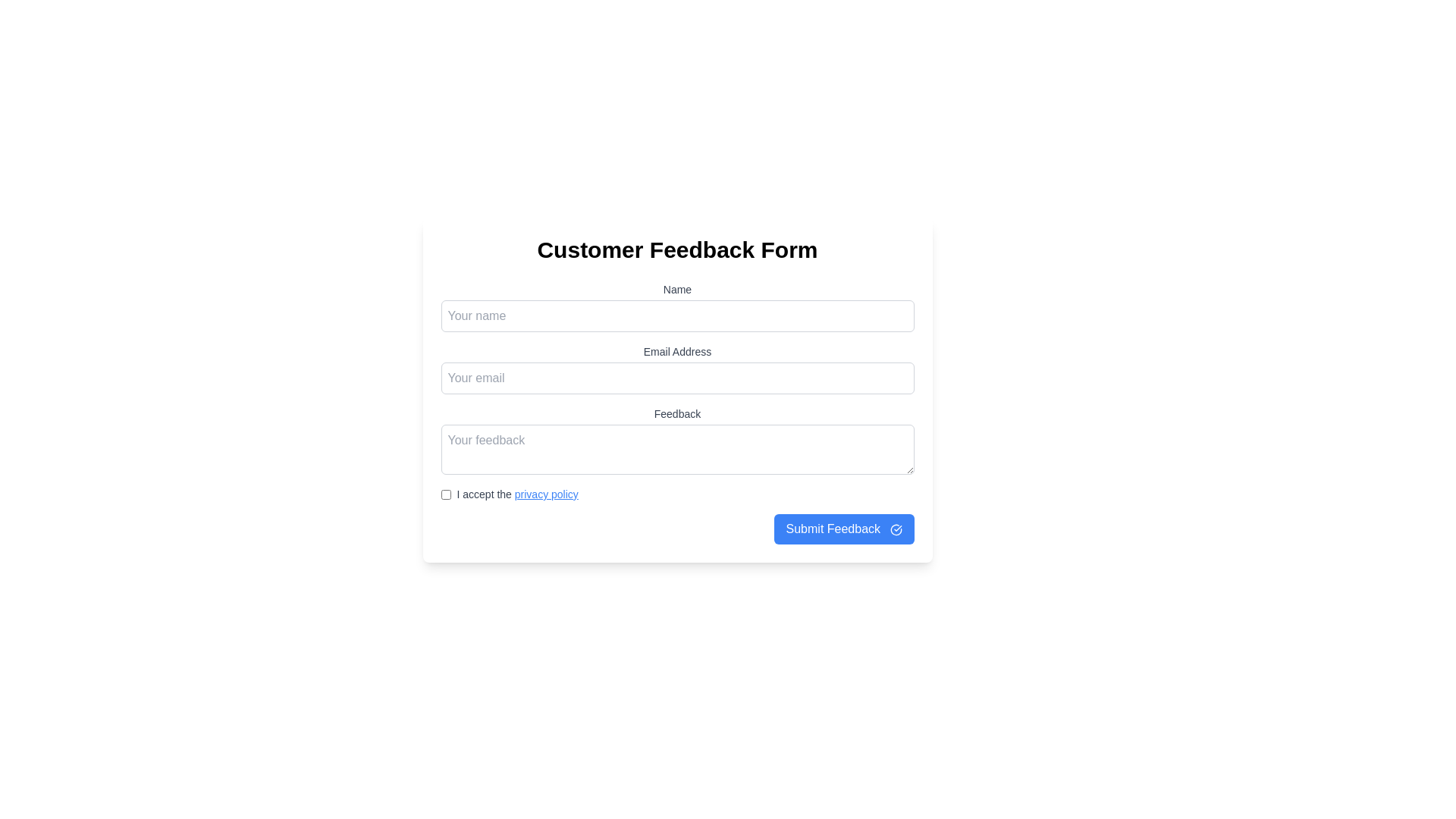  I want to click on text with hyperlink that provides information for the acceptance of the privacy policy, located at the bottom of the form, to the right of a checkbox, and below the 'Feedback' textarea, so click(517, 494).